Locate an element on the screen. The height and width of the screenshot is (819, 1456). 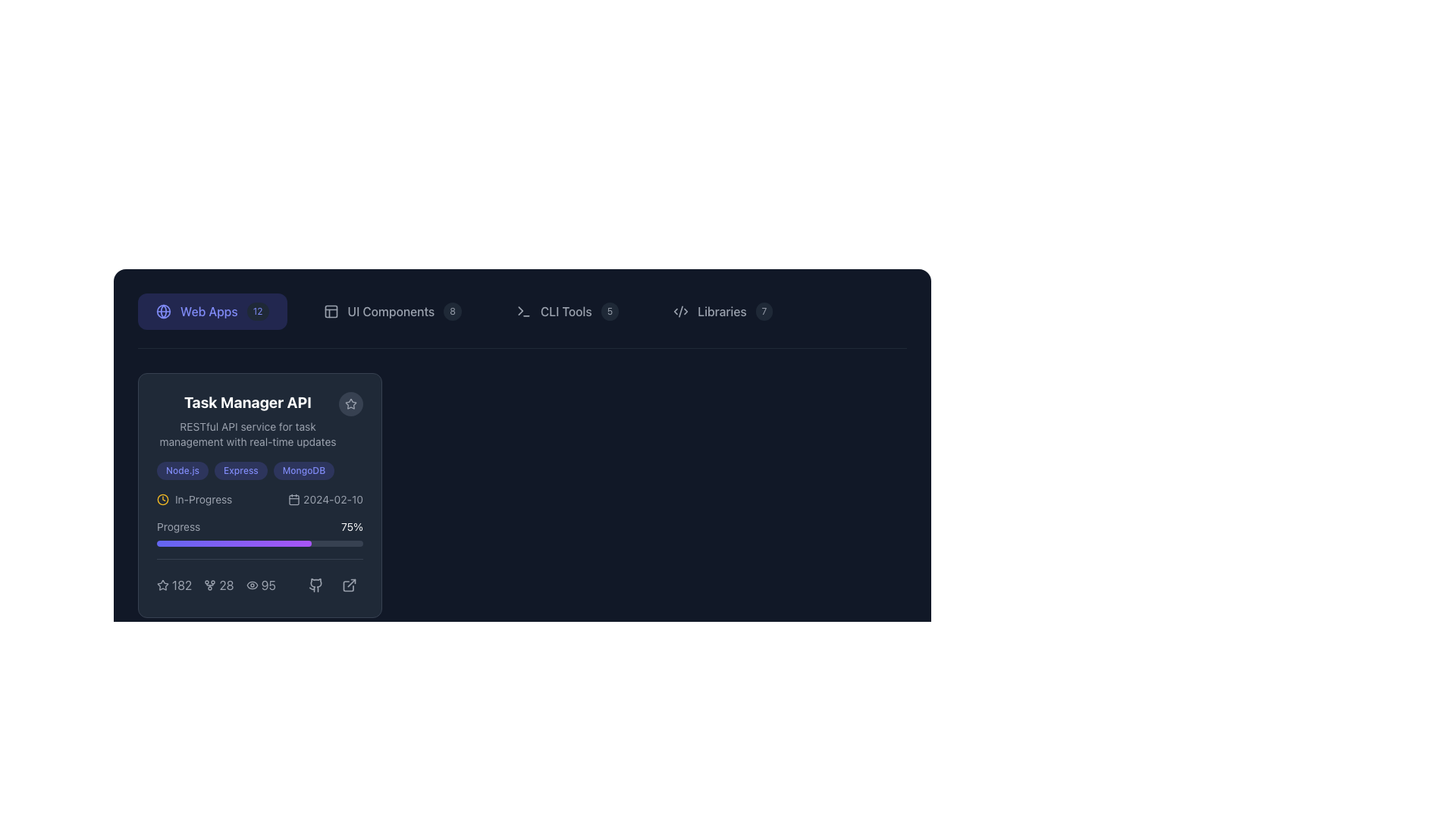
the static text label displaying the number of views, which shows the value '95' in the bottom-right corner of the Task Manager API component is located at coordinates (261, 584).